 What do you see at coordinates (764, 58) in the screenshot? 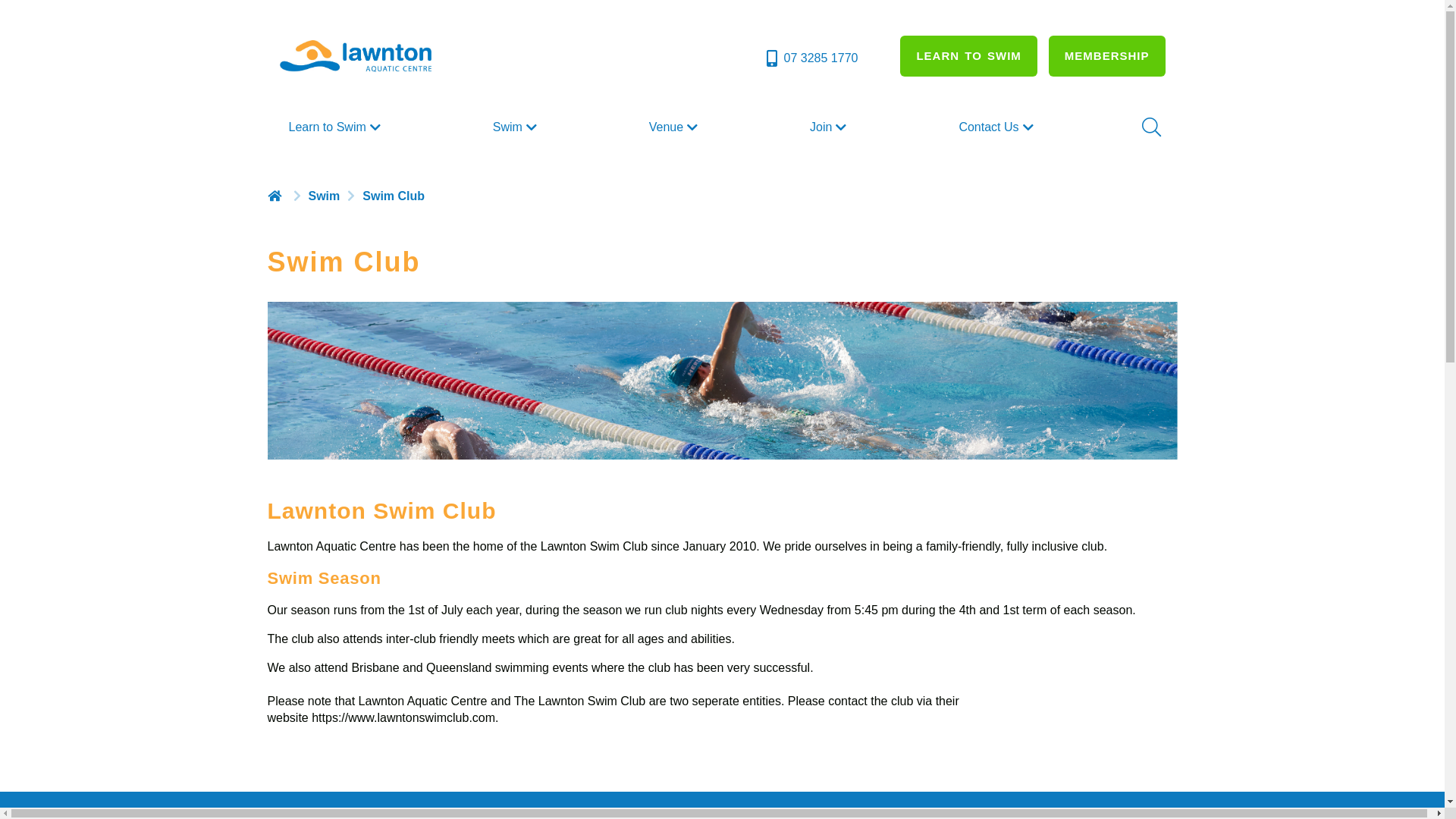
I see `'07 3285 1770'` at bounding box center [764, 58].